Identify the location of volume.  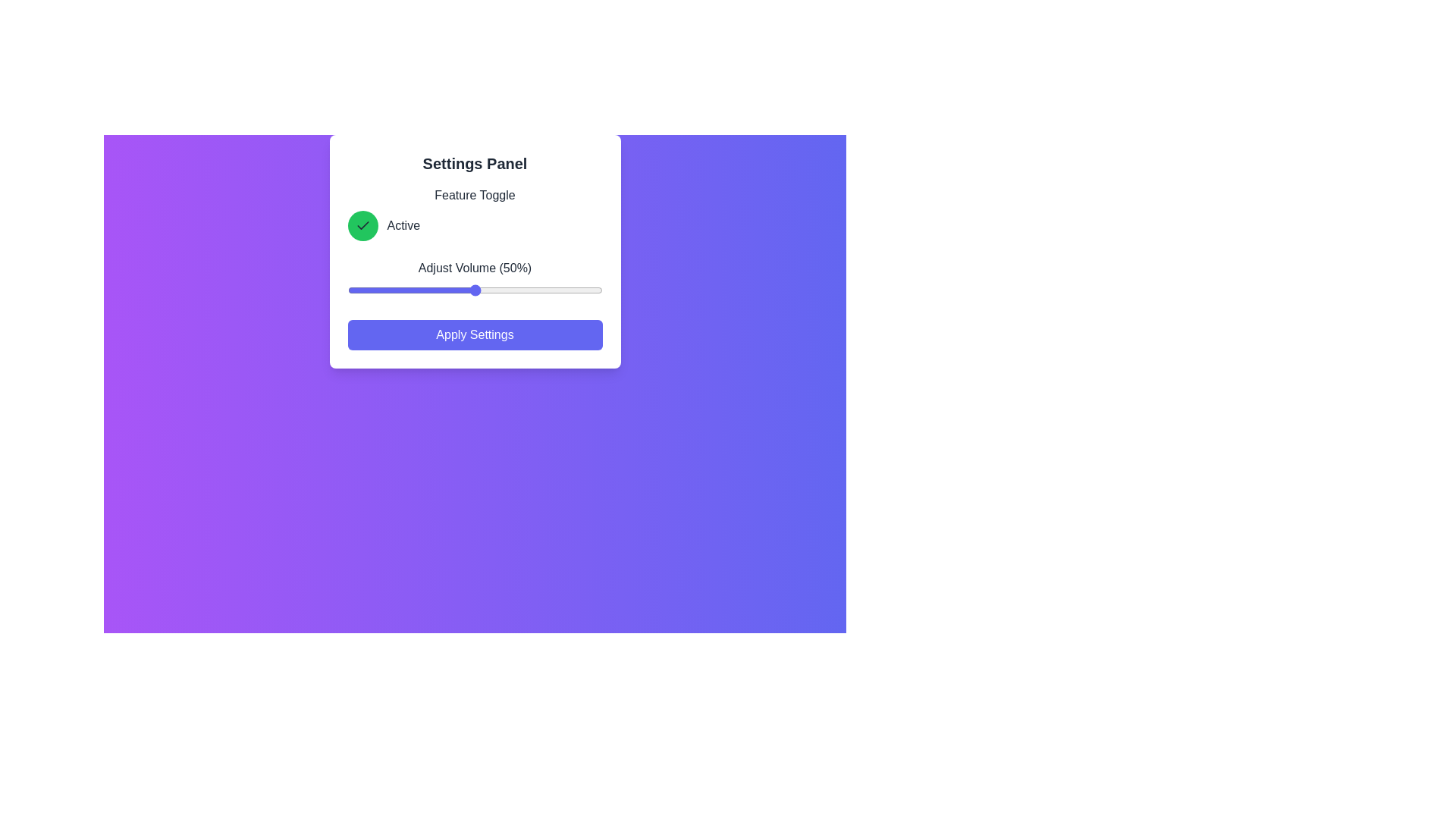
(505, 290).